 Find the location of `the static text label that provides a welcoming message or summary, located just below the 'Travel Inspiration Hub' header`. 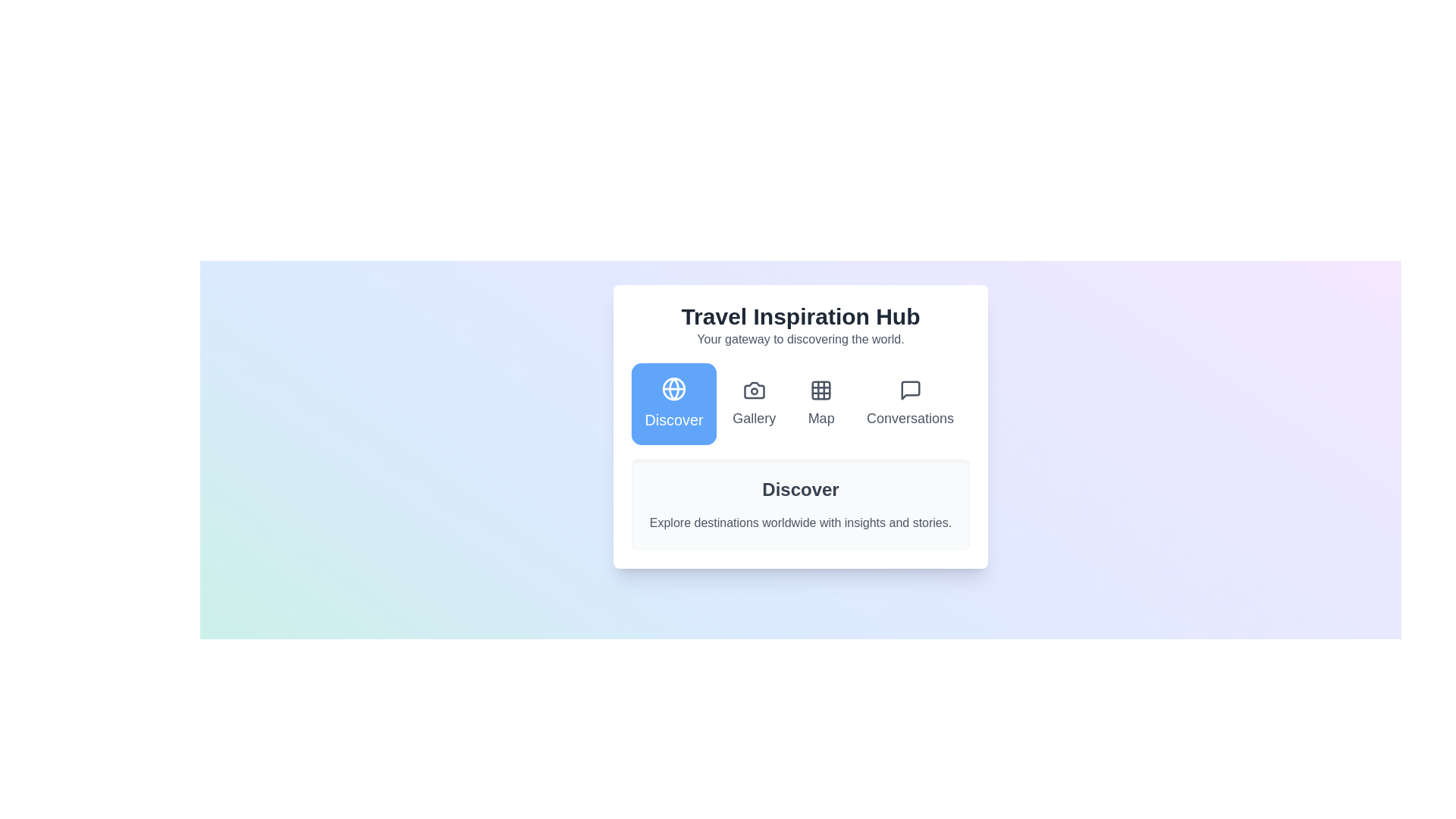

the static text label that provides a welcoming message or summary, located just below the 'Travel Inspiration Hub' header is located at coordinates (800, 338).